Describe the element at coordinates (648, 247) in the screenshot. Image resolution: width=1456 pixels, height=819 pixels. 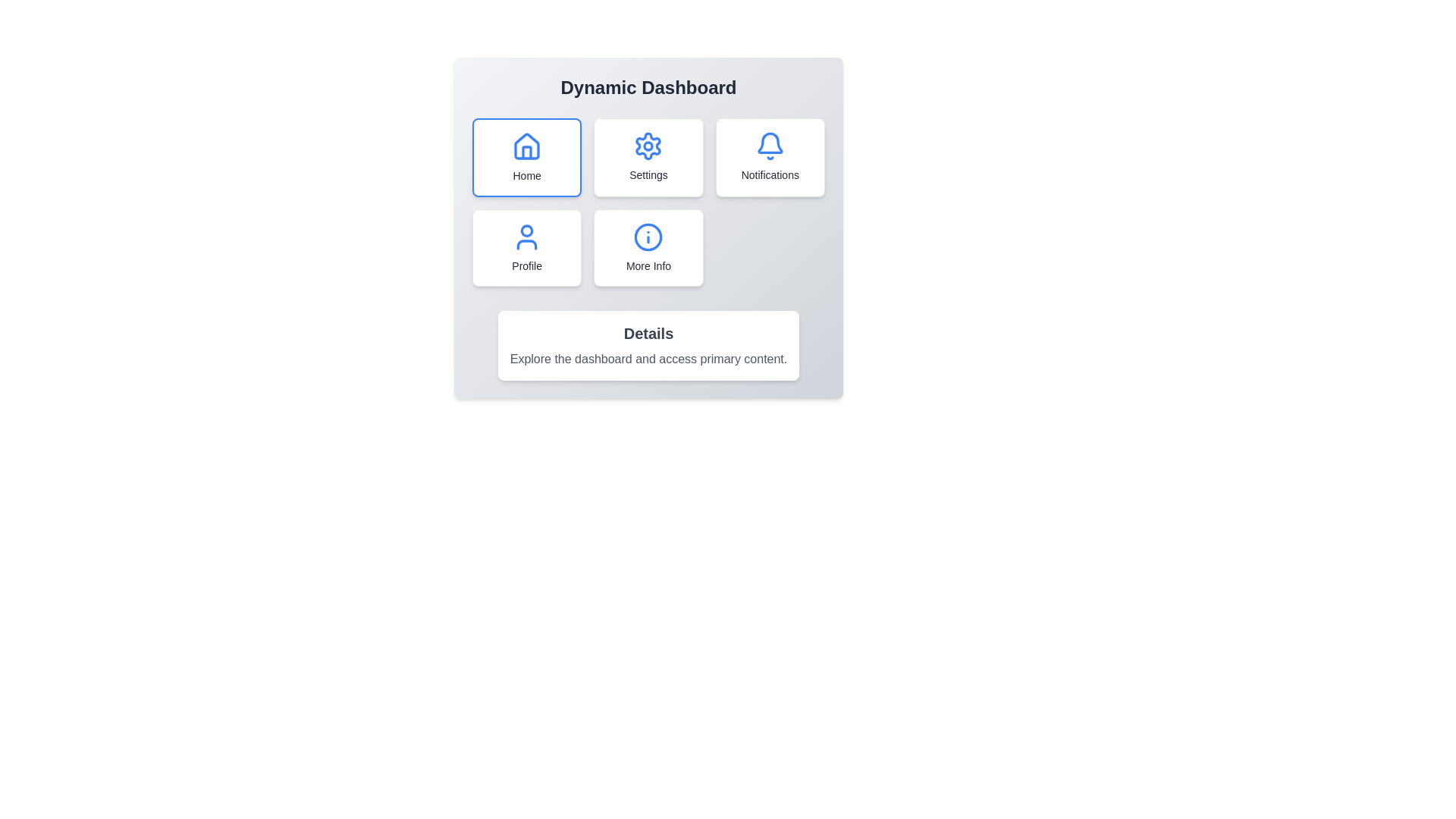
I see `the button located in the bottom center position of a 3x2 grid, below the 'Settings' button and to the right of the 'Profile' button` at that location.